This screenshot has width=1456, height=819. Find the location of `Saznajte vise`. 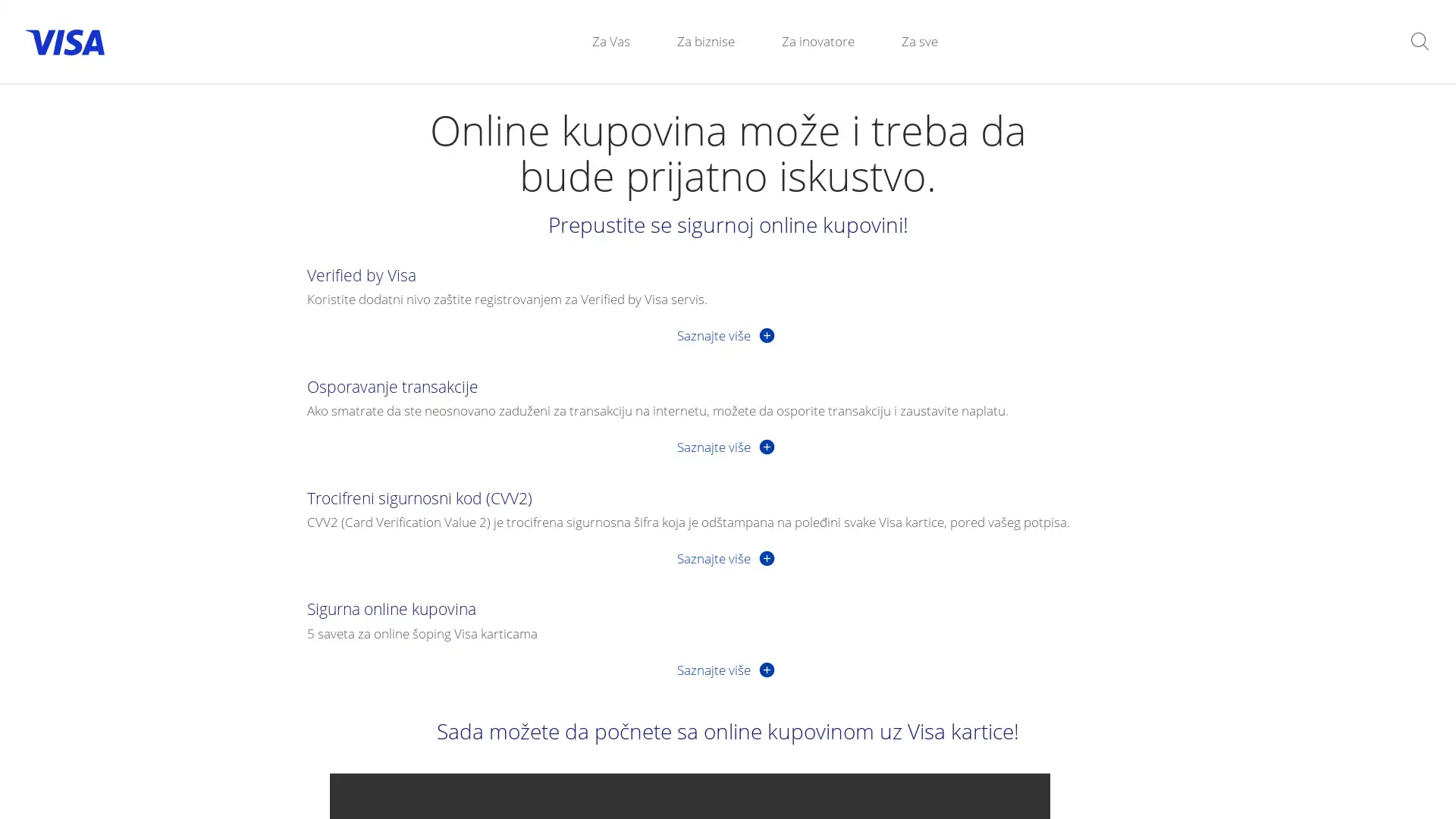

Saznajte vise is located at coordinates (726, 668).